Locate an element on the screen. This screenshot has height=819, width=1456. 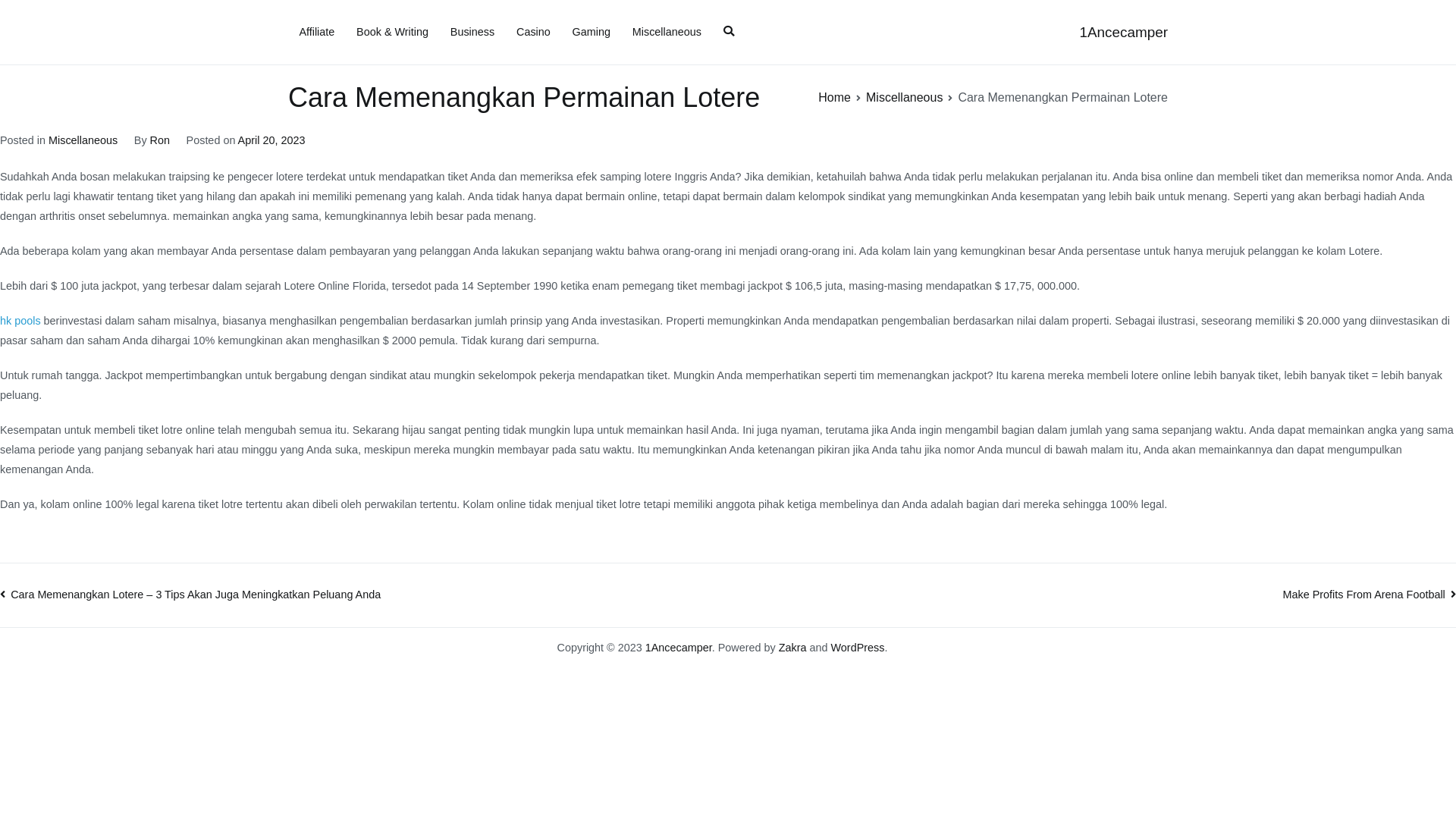
'Zakra' is located at coordinates (792, 647).